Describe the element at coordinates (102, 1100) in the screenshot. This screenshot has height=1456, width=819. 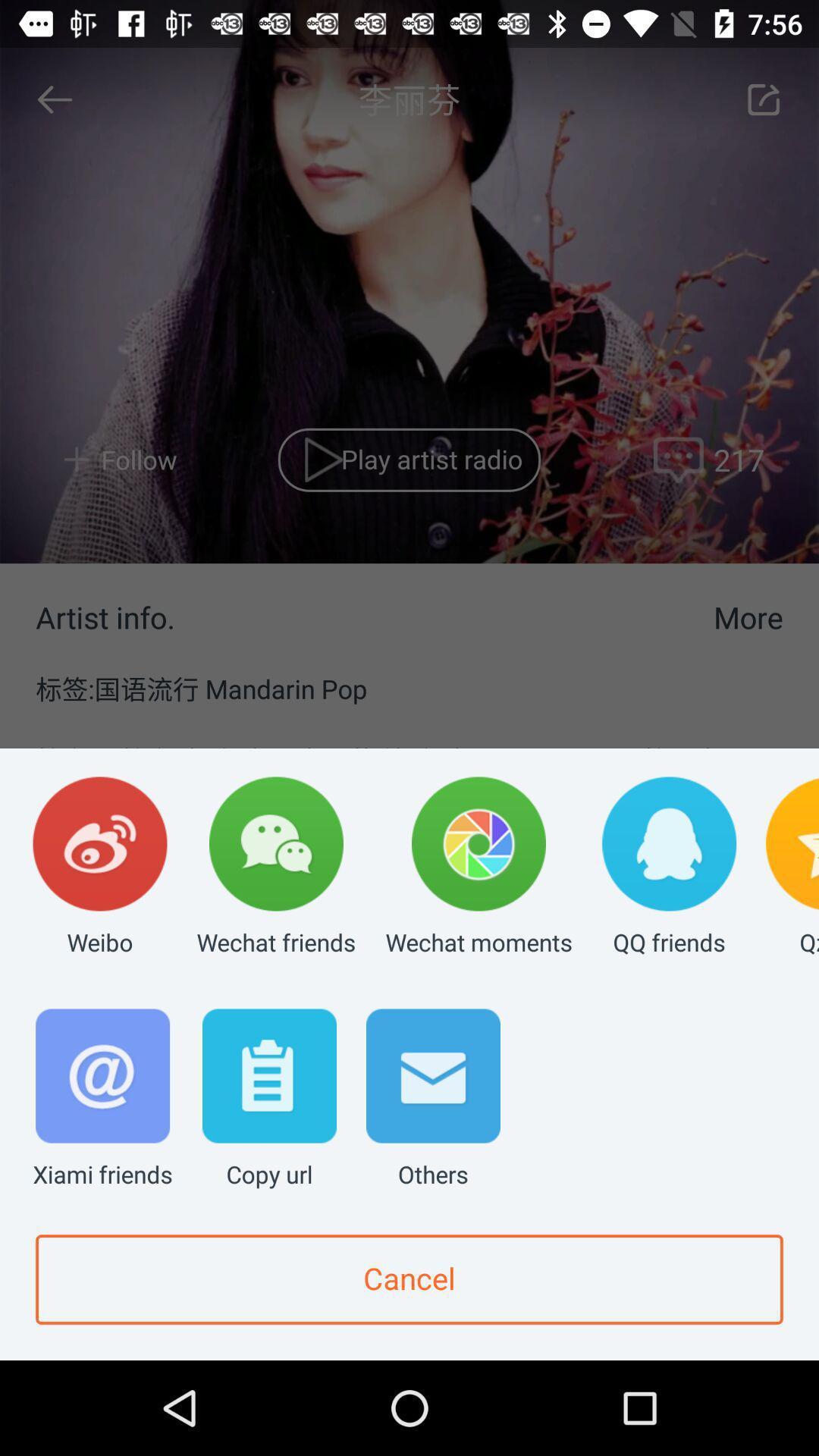
I see `the xiami friends item` at that location.